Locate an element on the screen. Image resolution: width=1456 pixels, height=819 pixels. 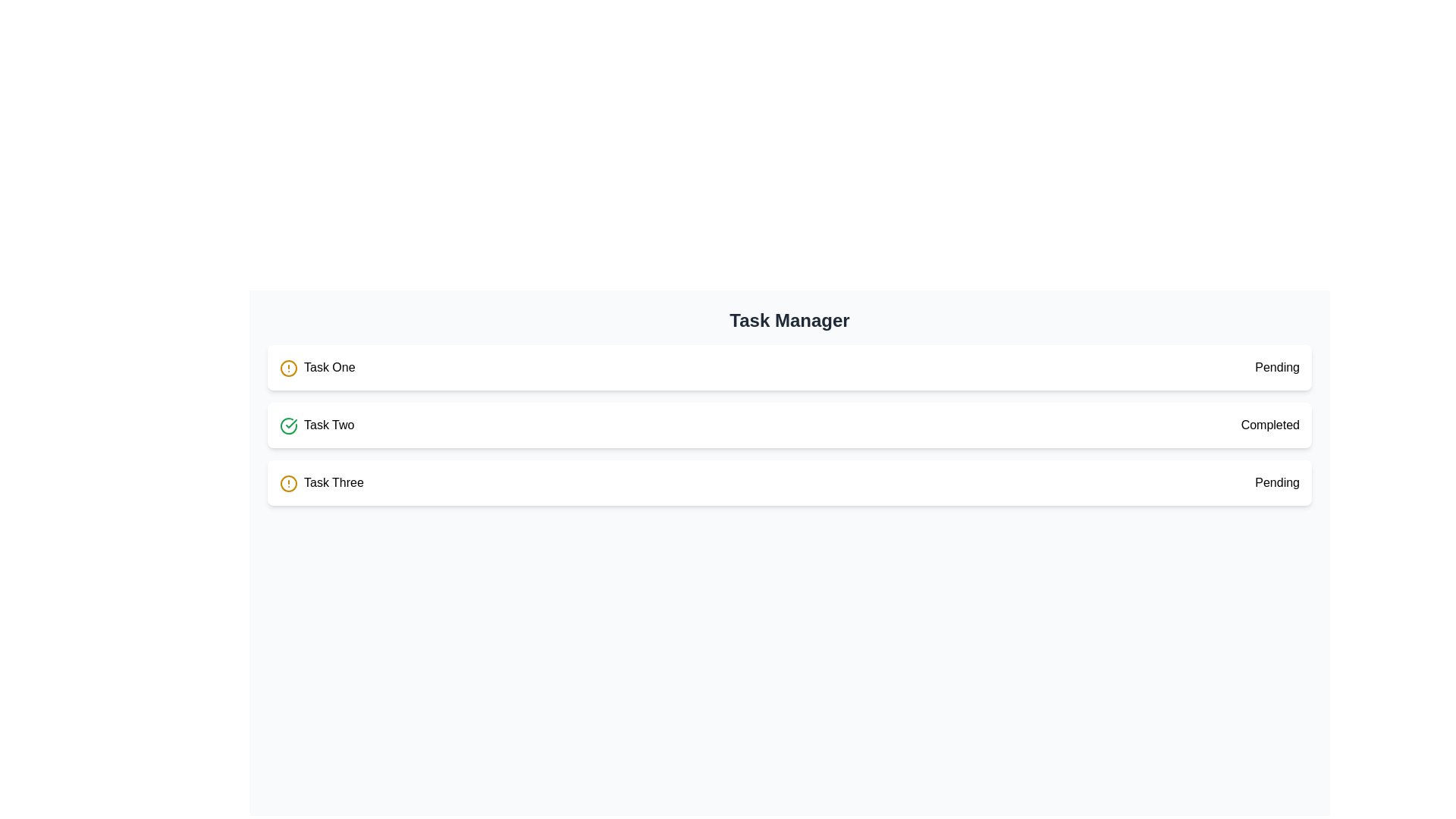
the task list item labeled 'Task Three' with a status of 'Pending' in the 'Task Manager' interface is located at coordinates (789, 482).